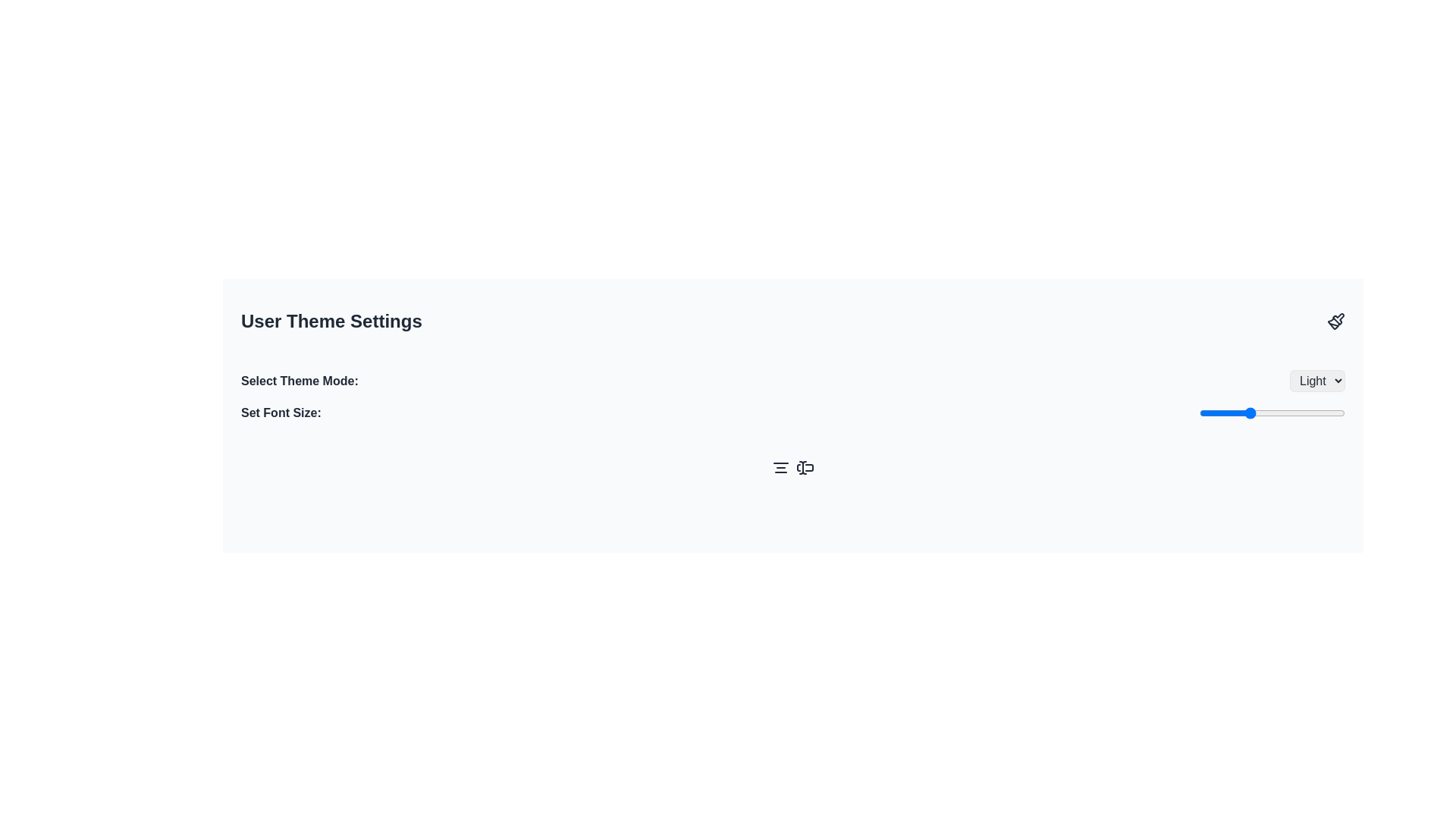 This screenshot has width=1456, height=819. Describe the element at coordinates (1316, 380) in the screenshot. I see `the dropdown menu located to the right of the 'Select Theme Mode:' label` at that location.